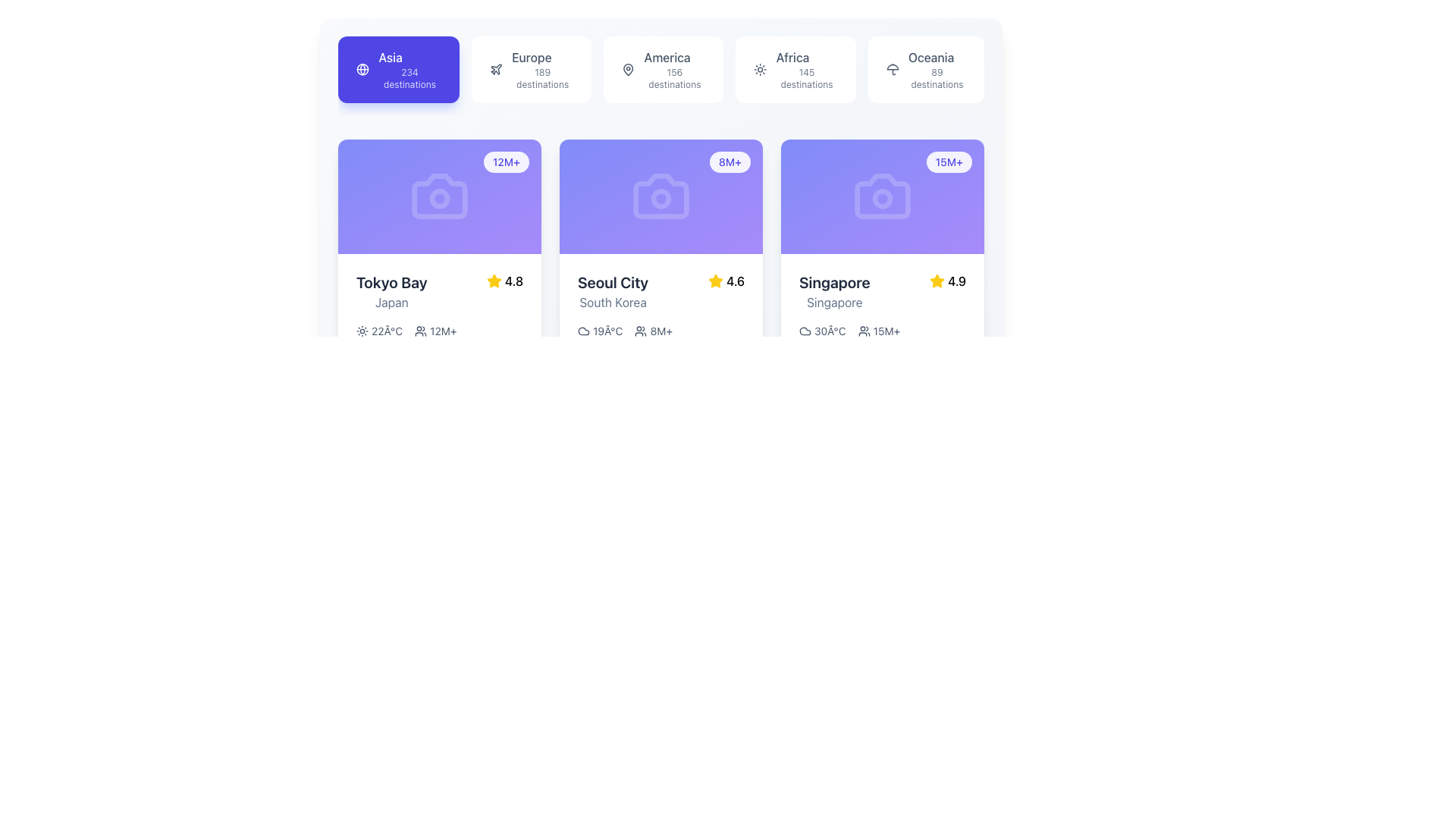 The image size is (1456, 819). I want to click on informational text label titled 'America' with the destination count of '156 destinations', located in the middle row of the top navigation bar, third from the left, so click(673, 70).